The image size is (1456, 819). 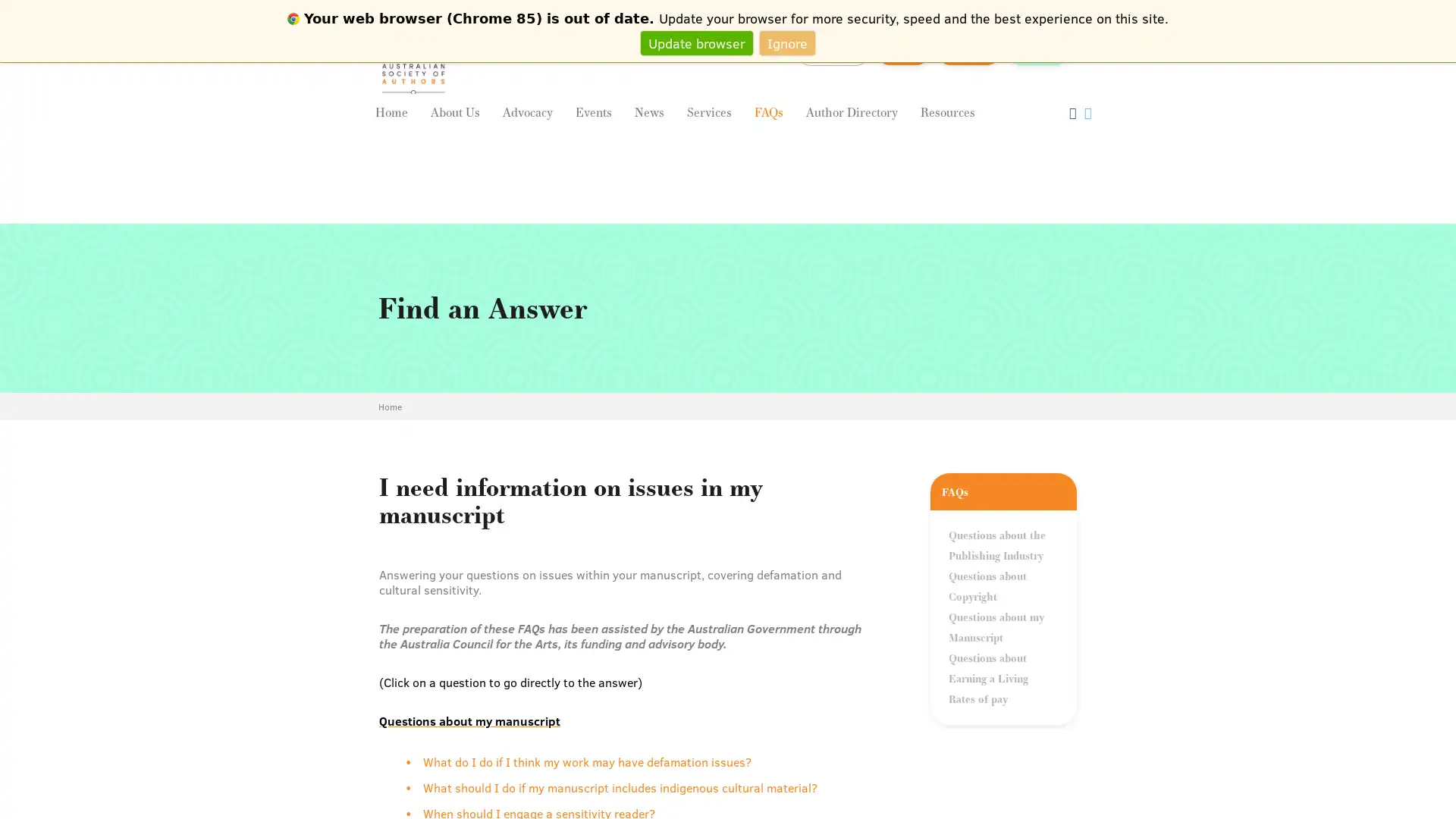 What do you see at coordinates (787, 42) in the screenshot?
I see `Ignore` at bounding box center [787, 42].